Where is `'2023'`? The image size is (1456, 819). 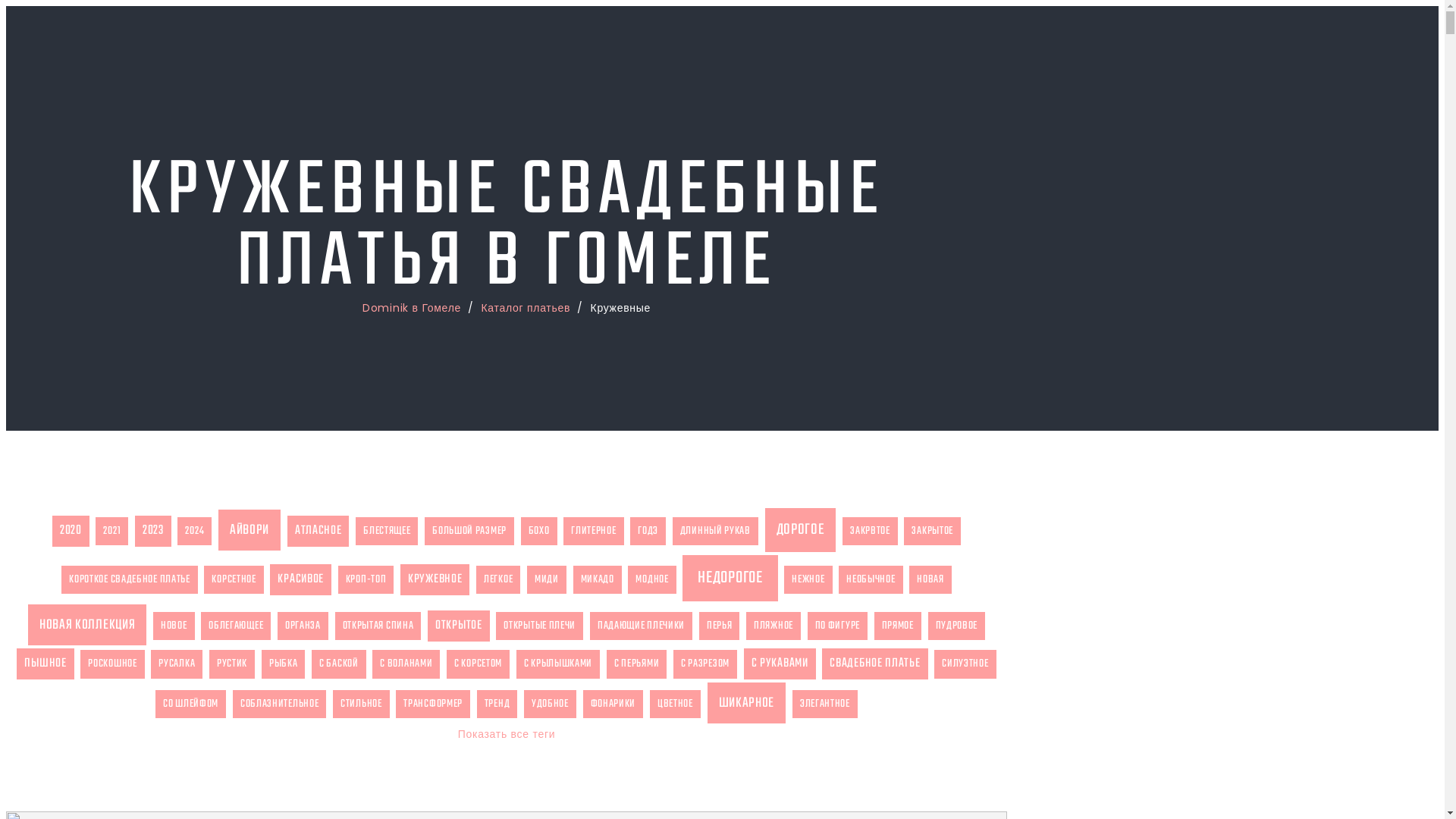
'2023' is located at coordinates (134, 530).